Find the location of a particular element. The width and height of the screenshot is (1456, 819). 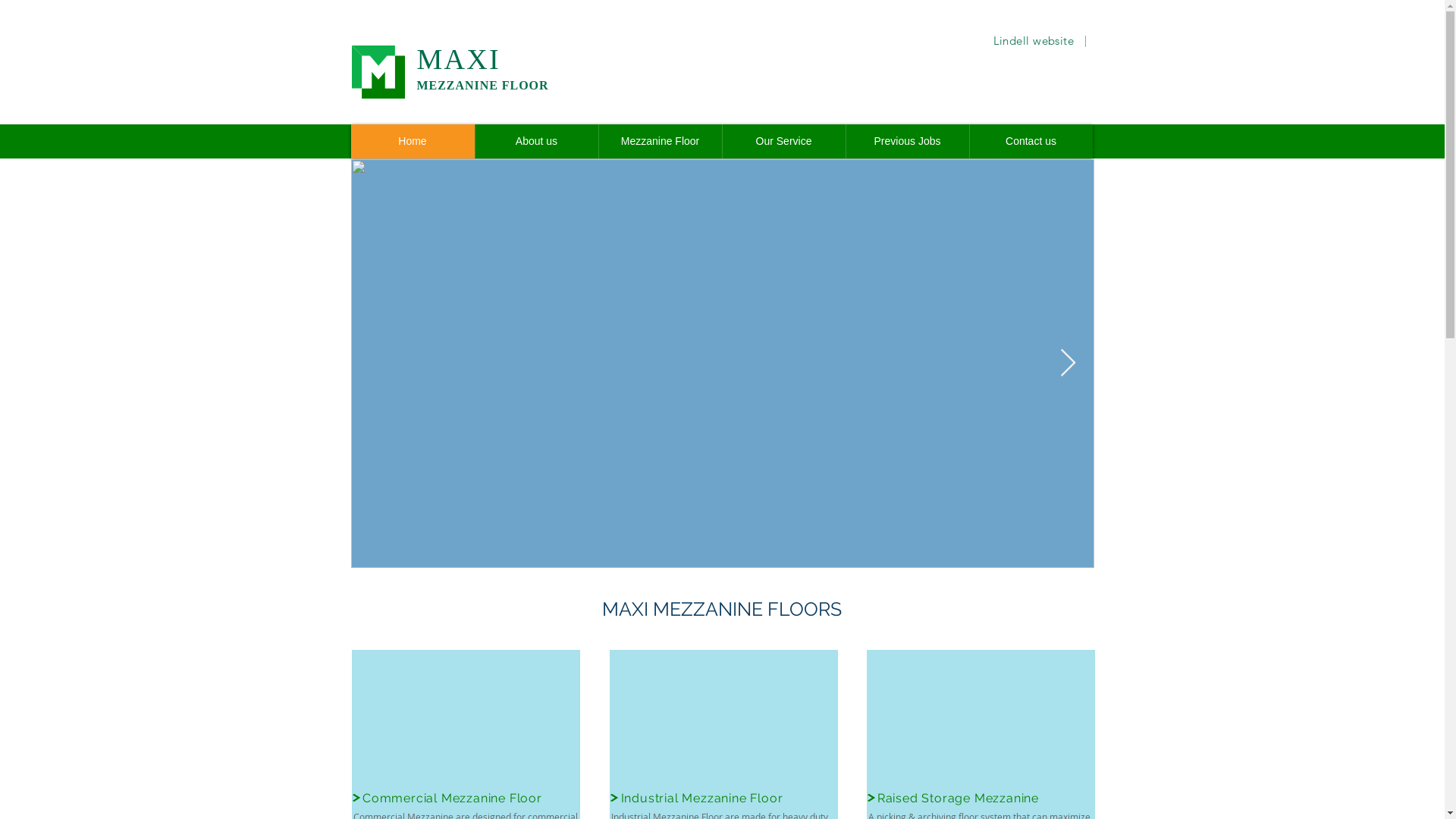

'Mezzanine Floor' is located at coordinates (596, 141).